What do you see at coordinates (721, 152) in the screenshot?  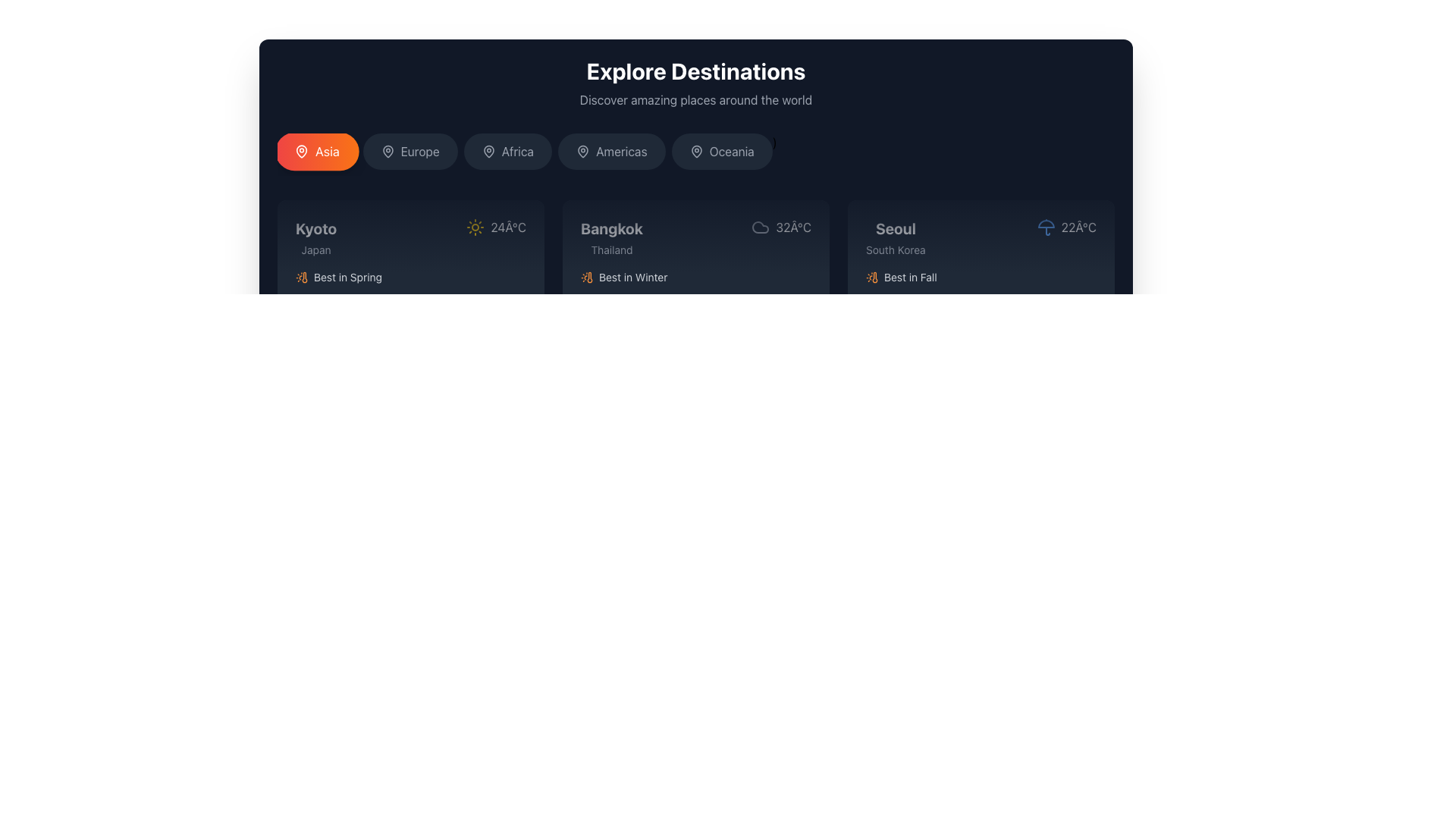 I see `the 'Oceania' category button located at the top-center of the interface` at bounding box center [721, 152].